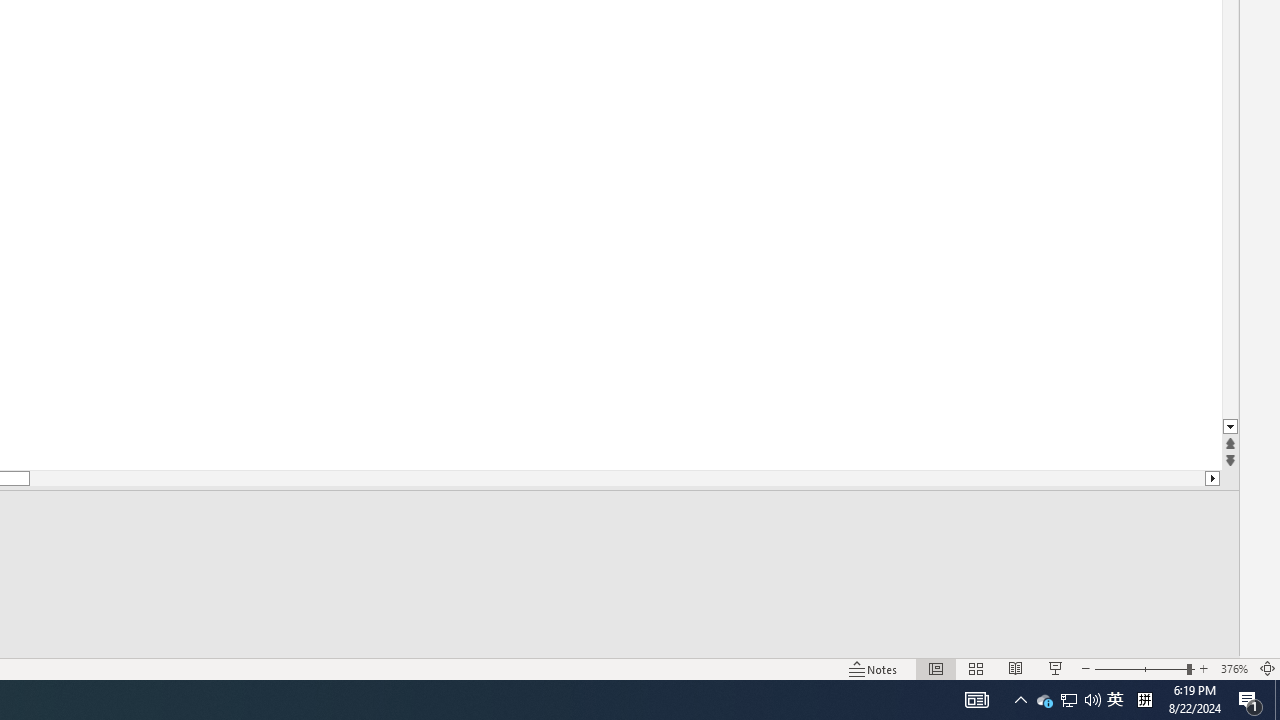 The image size is (1280, 720). I want to click on 'Notes ', so click(874, 669).